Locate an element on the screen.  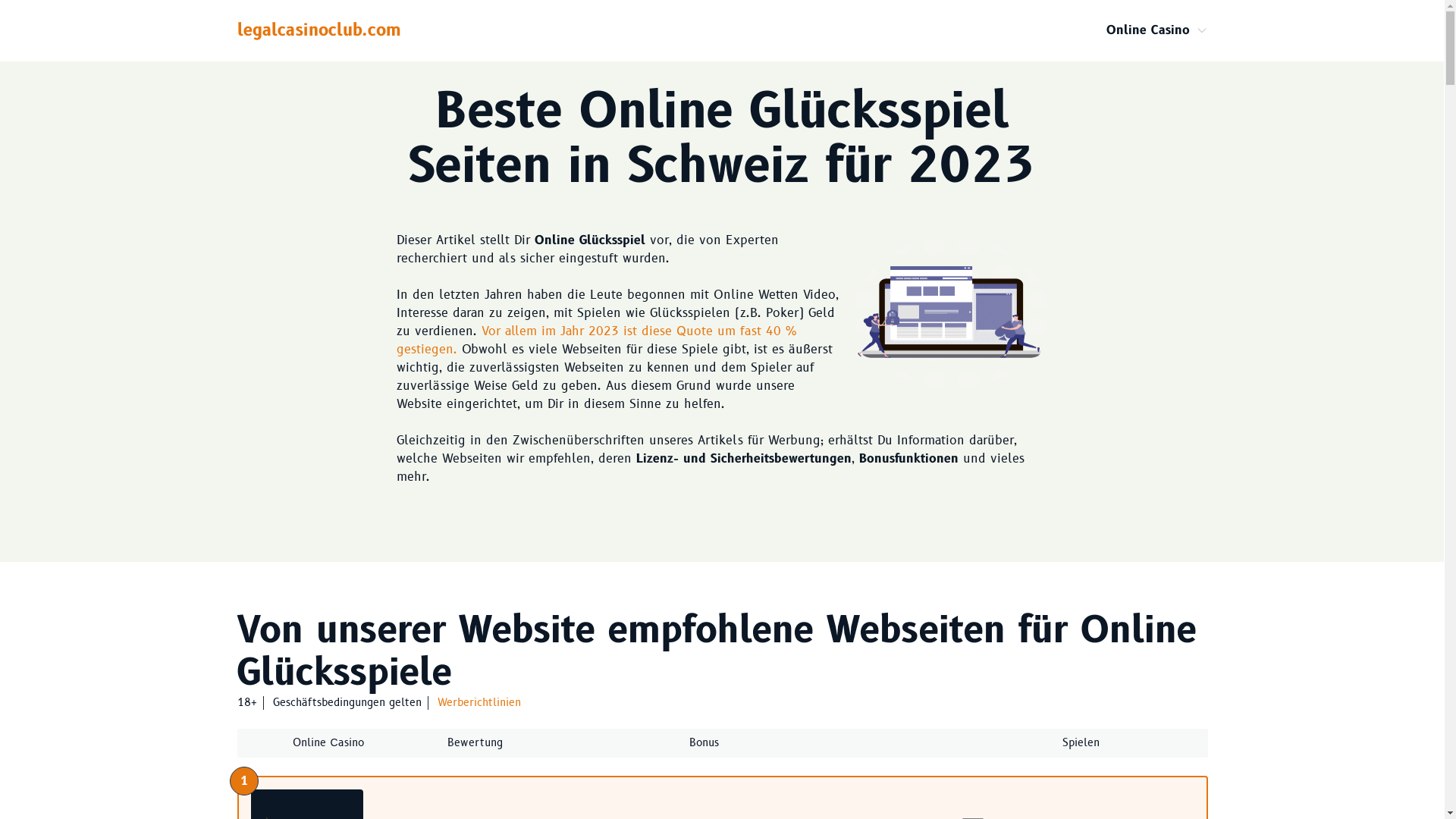
'Werberichtlinien' is located at coordinates (436, 702).